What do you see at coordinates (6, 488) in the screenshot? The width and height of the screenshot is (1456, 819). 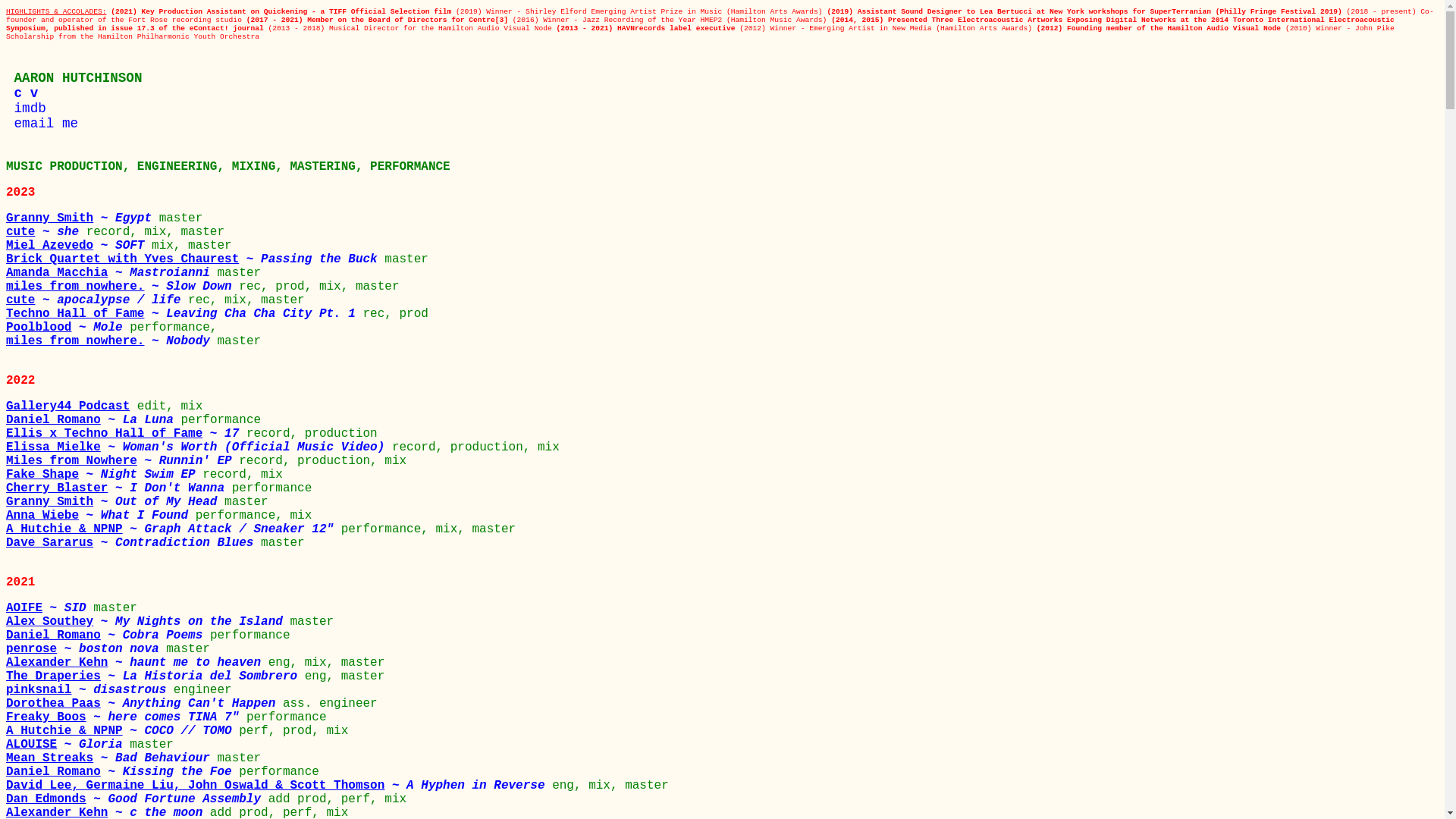 I see `'Cherry Blaster ~ I Don't Wanna'` at bounding box center [6, 488].